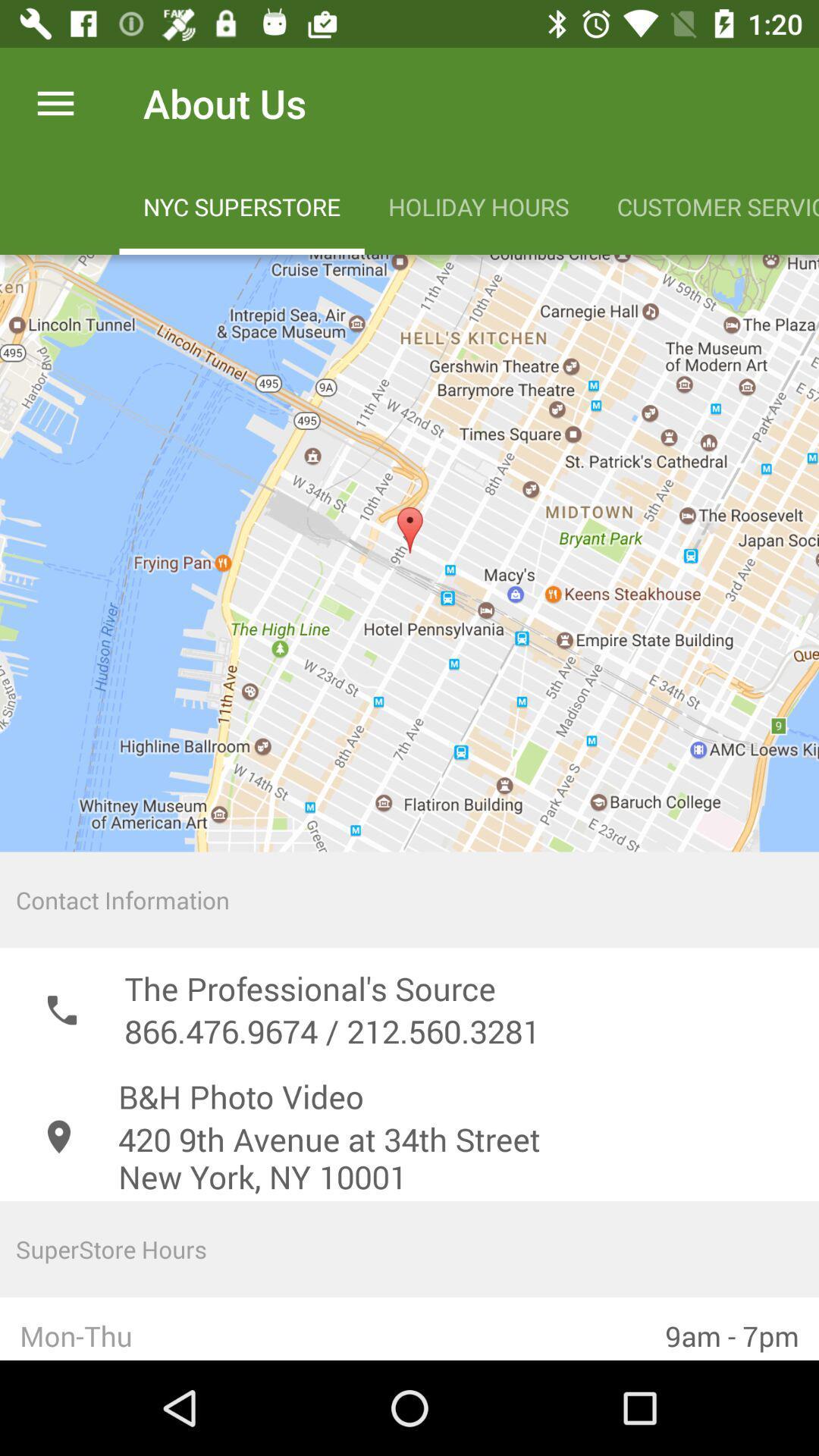 The height and width of the screenshot is (1456, 819). I want to click on mon-thu icon, so click(322, 1328).